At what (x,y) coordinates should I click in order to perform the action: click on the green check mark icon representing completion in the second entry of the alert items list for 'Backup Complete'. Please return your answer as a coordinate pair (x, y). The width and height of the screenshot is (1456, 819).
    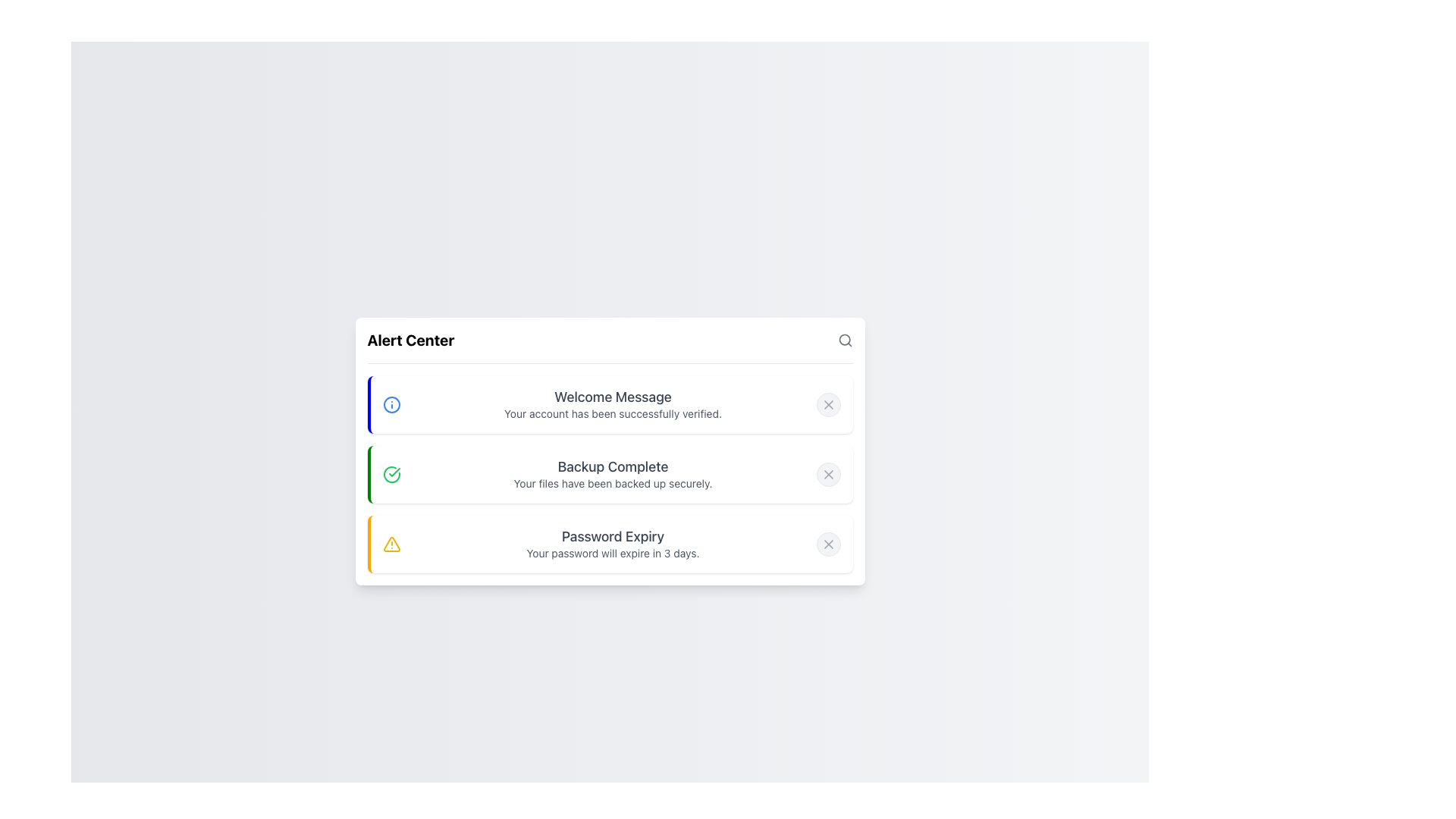
    Looking at the image, I should click on (394, 471).